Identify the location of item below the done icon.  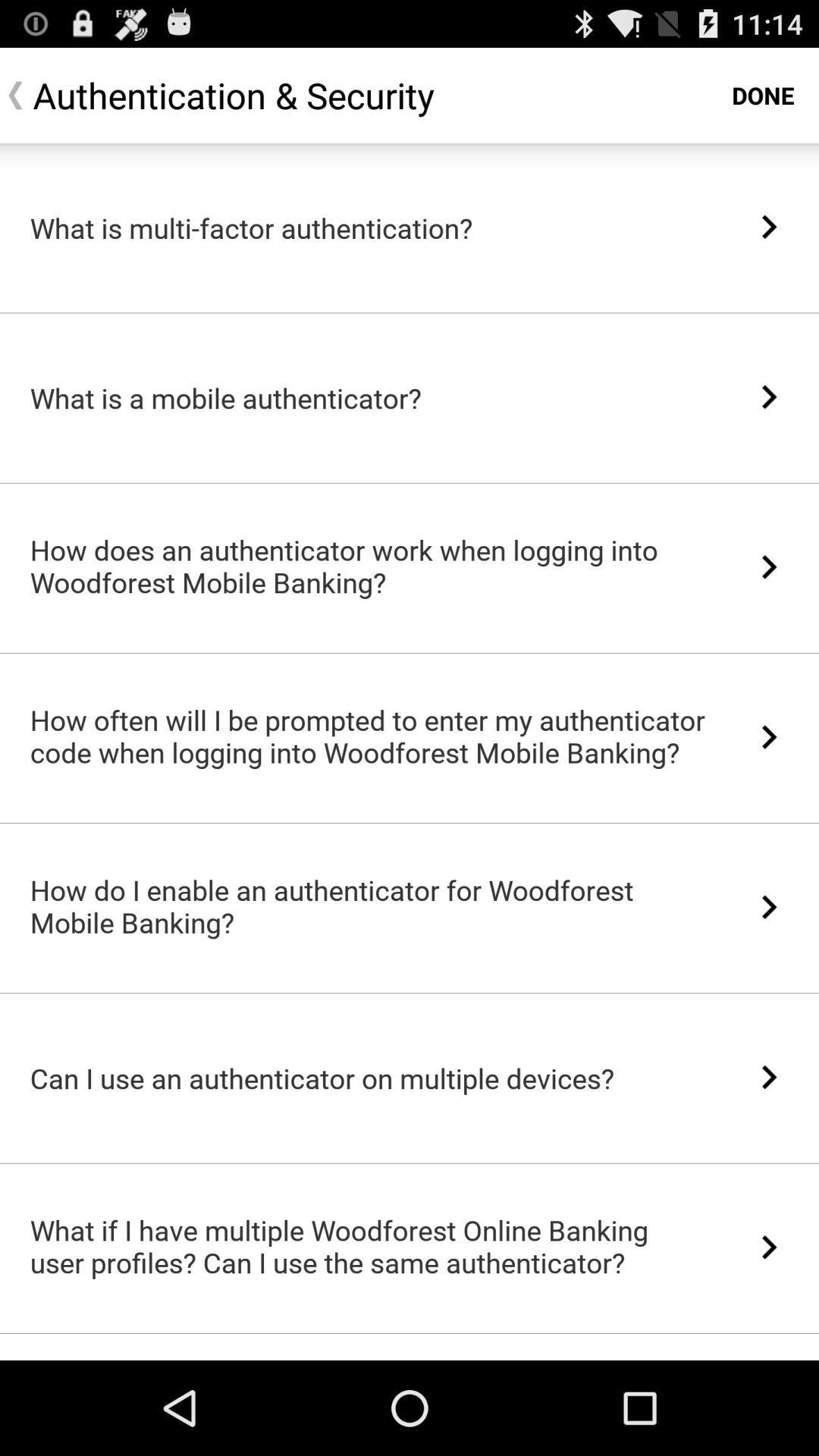
(769, 226).